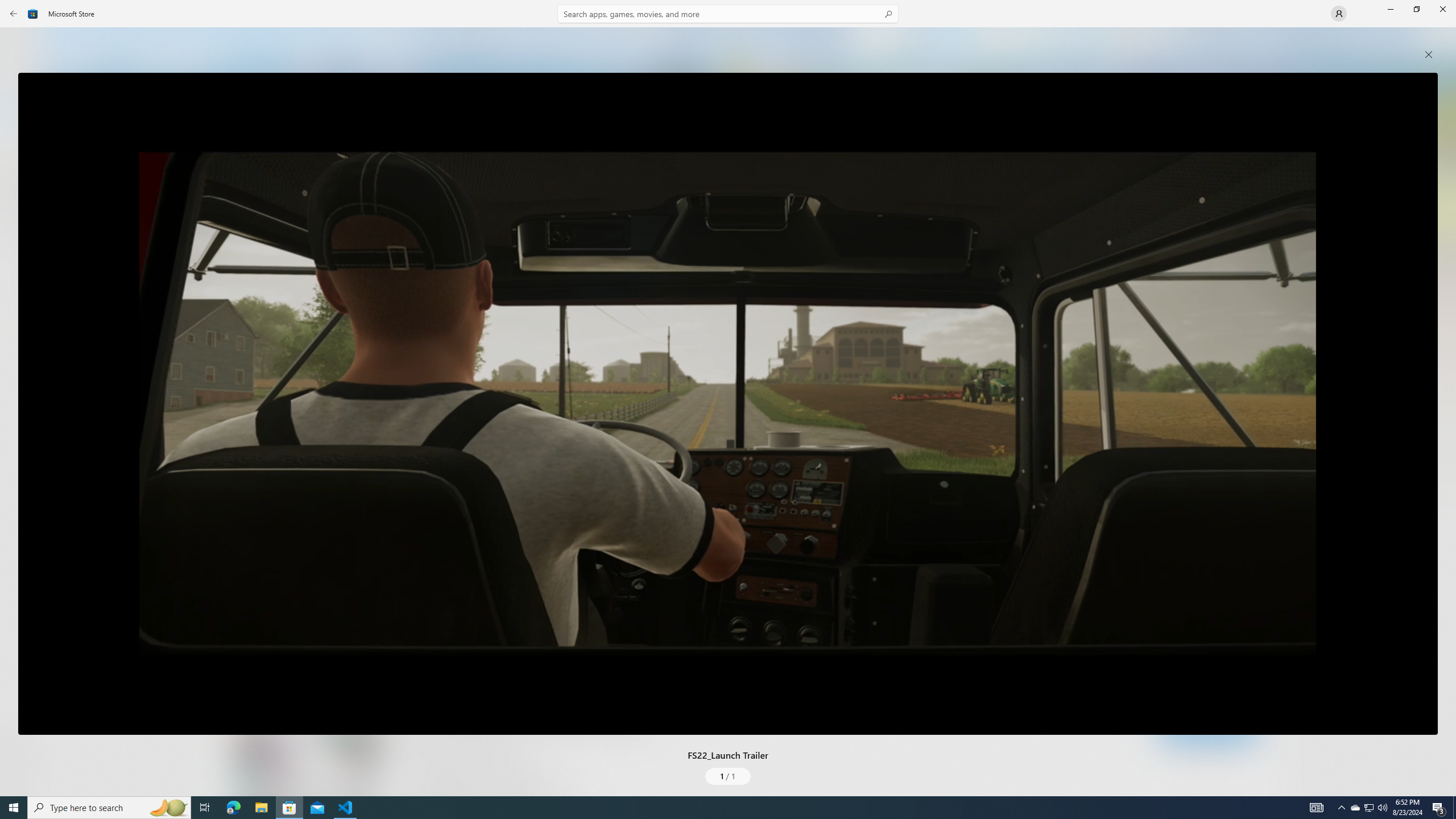  I want to click on 'Search', so click(728, 13).